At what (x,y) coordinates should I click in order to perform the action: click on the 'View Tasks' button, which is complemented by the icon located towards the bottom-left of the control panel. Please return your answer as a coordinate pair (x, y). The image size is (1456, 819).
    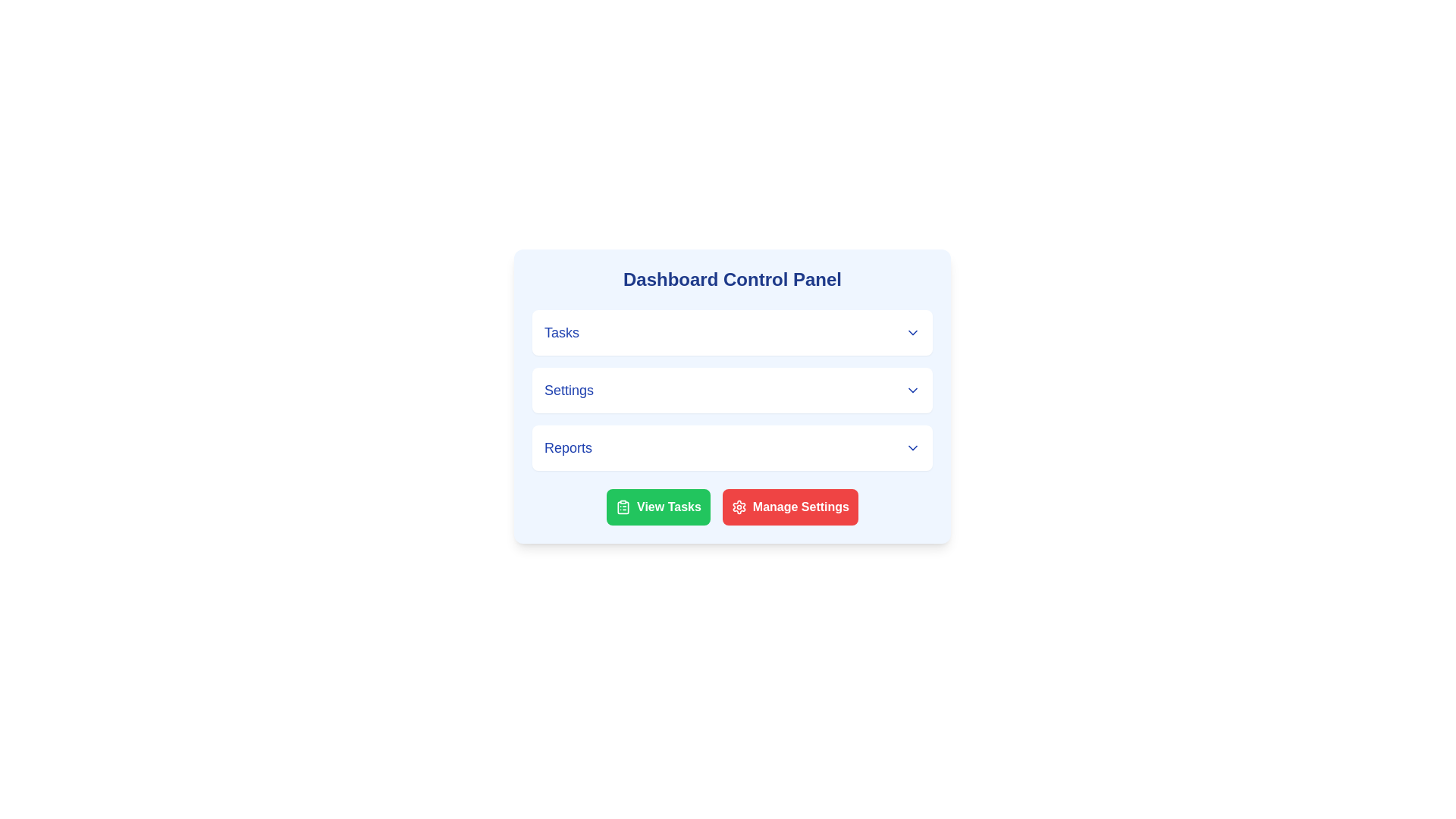
    Looking at the image, I should click on (623, 507).